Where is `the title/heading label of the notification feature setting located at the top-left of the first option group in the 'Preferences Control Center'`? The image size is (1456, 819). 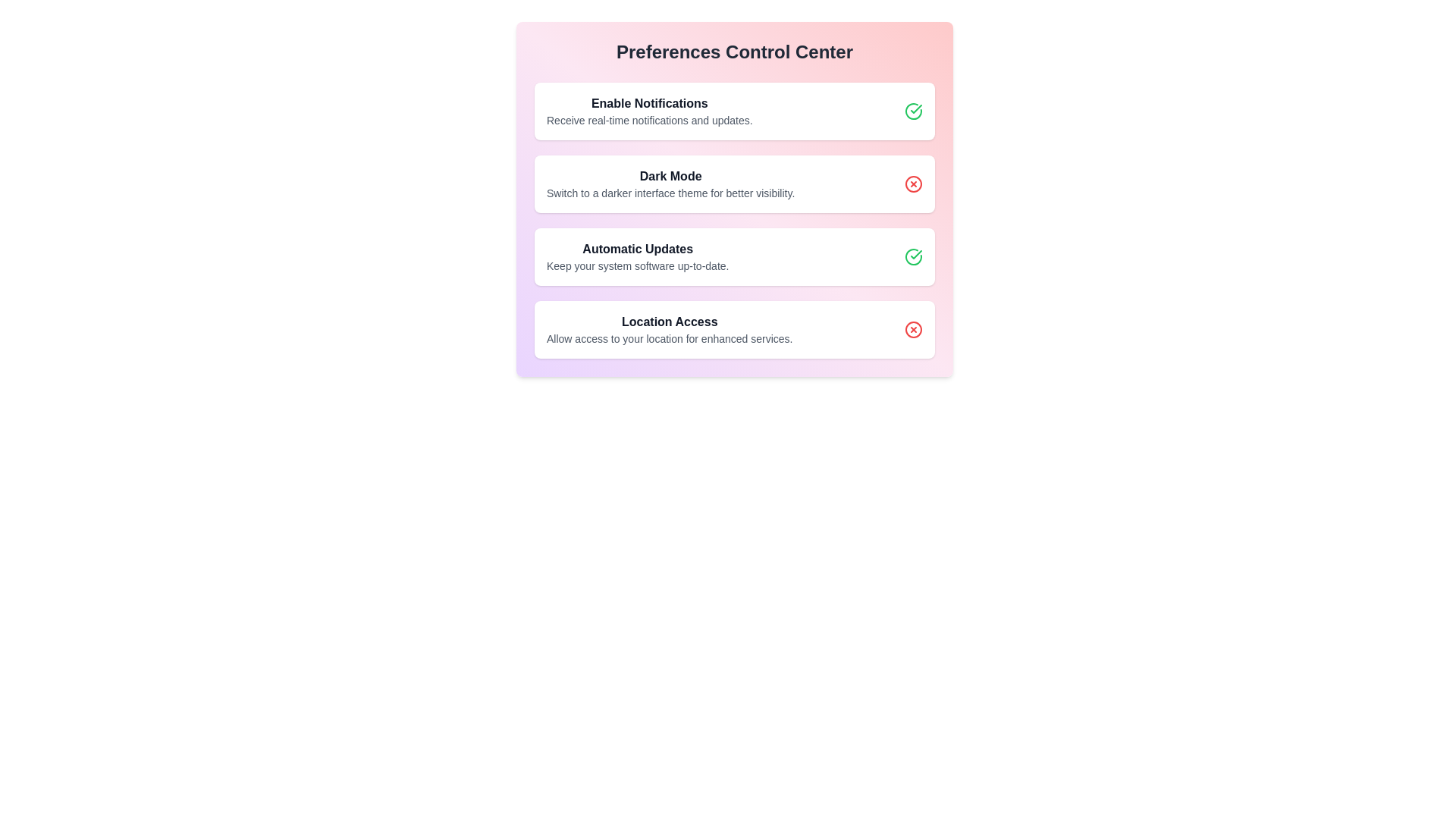
the title/heading label of the notification feature setting located at the top-left of the first option group in the 'Preferences Control Center' is located at coordinates (649, 103).